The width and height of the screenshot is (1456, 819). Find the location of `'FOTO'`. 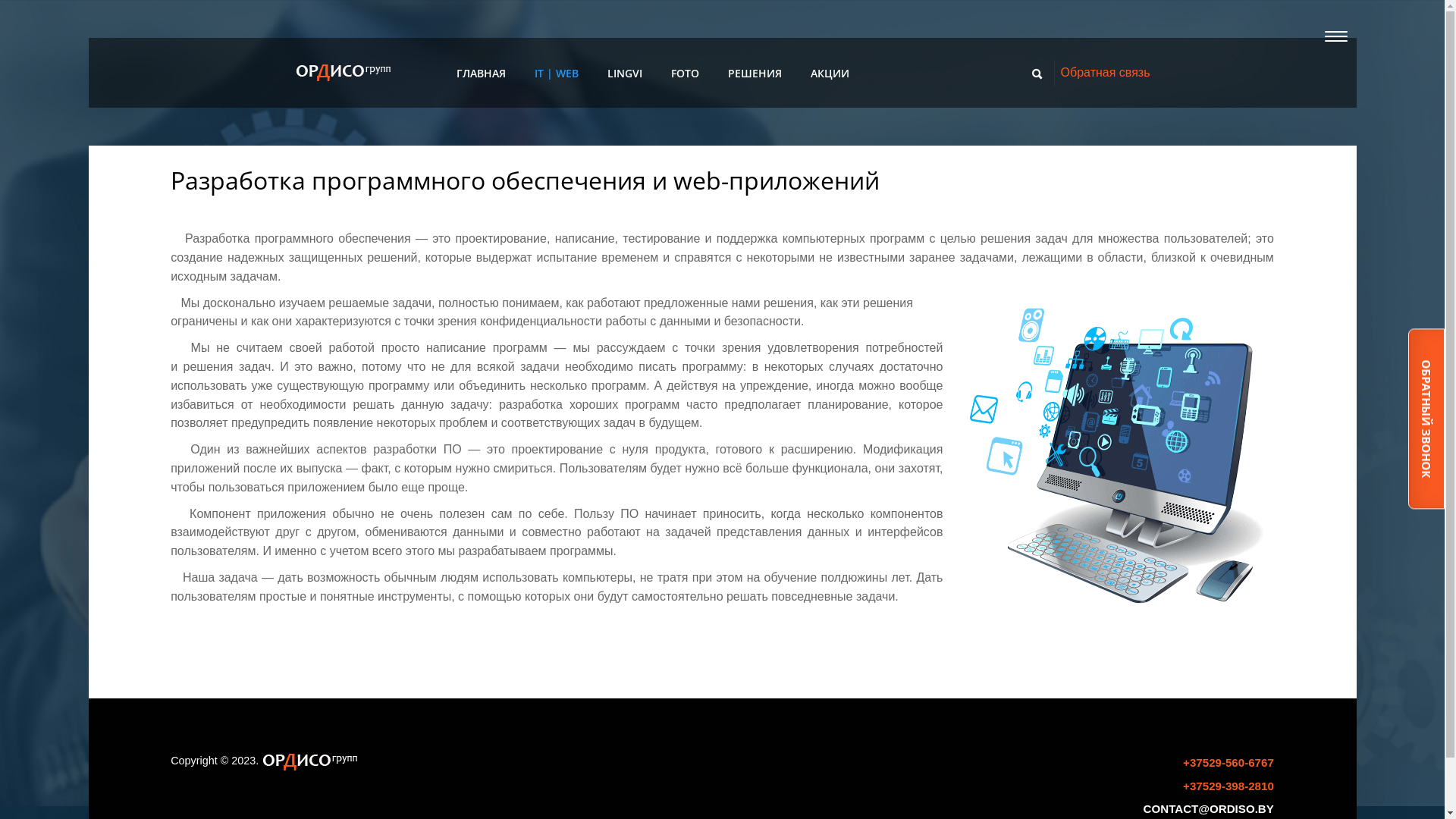

'FOTO' is located at coordinates (684, 73).